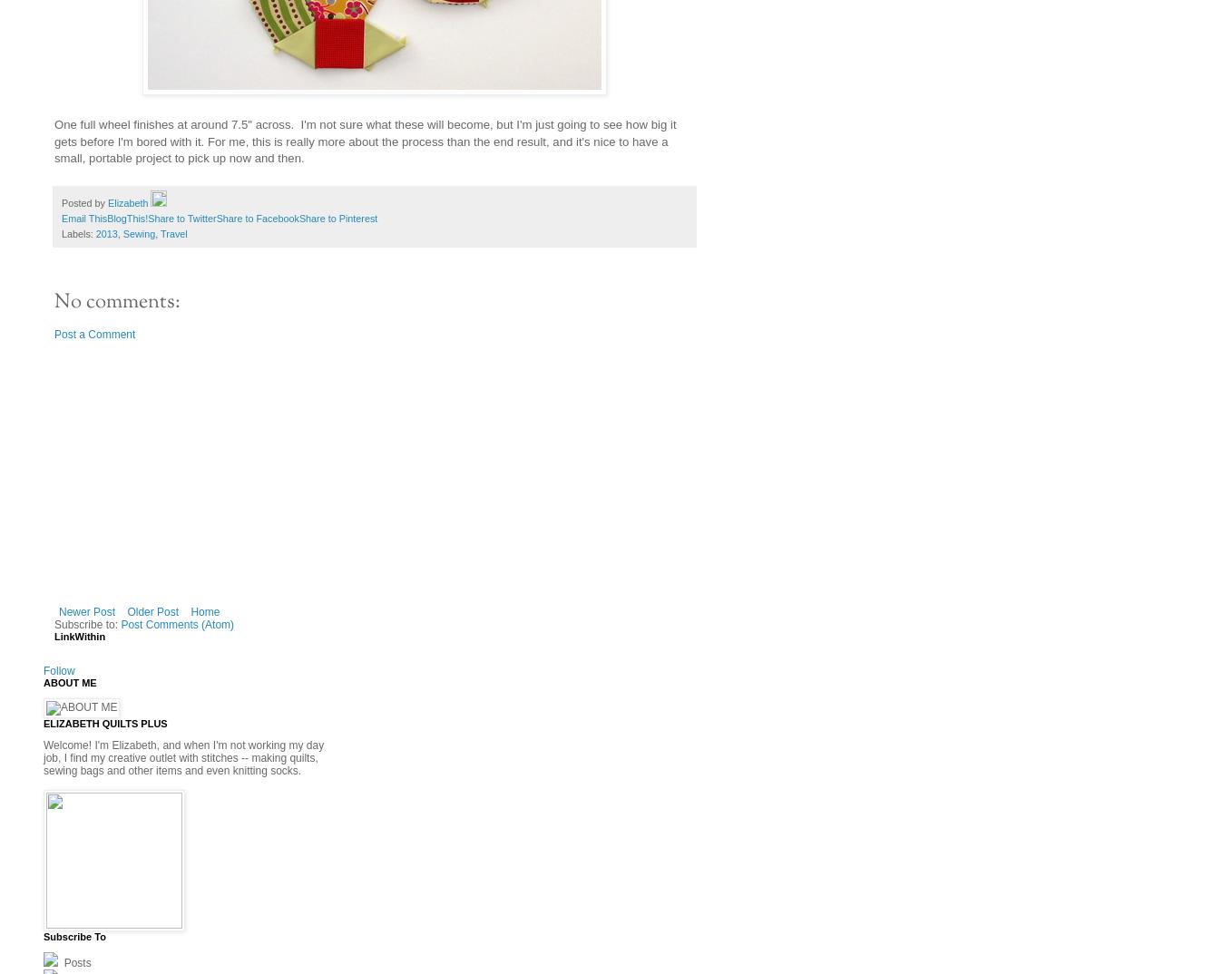 The width and height of the screenshot is (1232, 974). Describe the element at coordinates (93, 232) in the screenshot. I see `'2013'` at that location.